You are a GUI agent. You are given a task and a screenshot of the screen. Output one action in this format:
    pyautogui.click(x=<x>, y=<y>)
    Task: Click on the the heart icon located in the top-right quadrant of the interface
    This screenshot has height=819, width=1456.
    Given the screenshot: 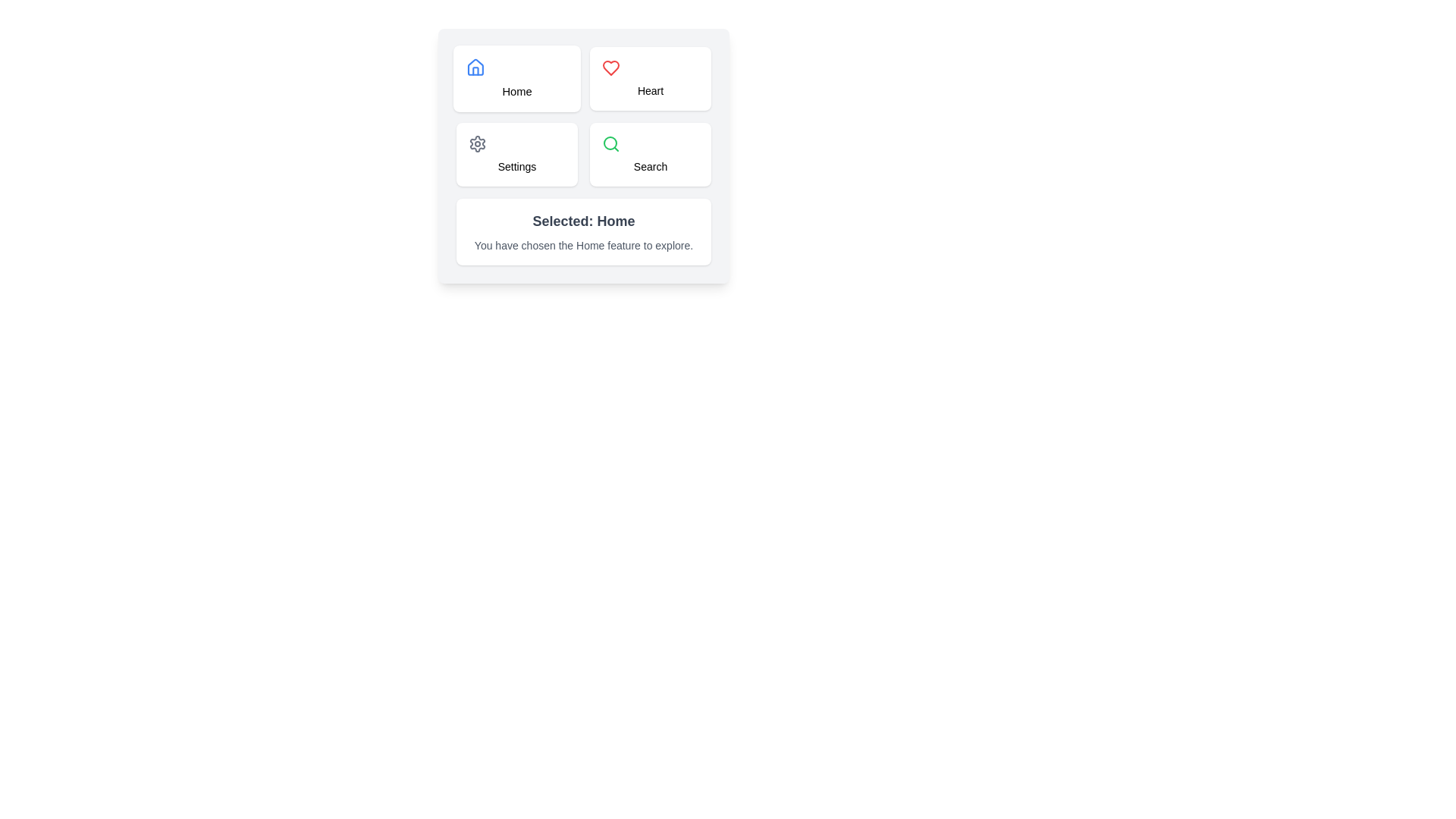 What is the action you would take?
    pyautogui.click(x=611, y=67)
    